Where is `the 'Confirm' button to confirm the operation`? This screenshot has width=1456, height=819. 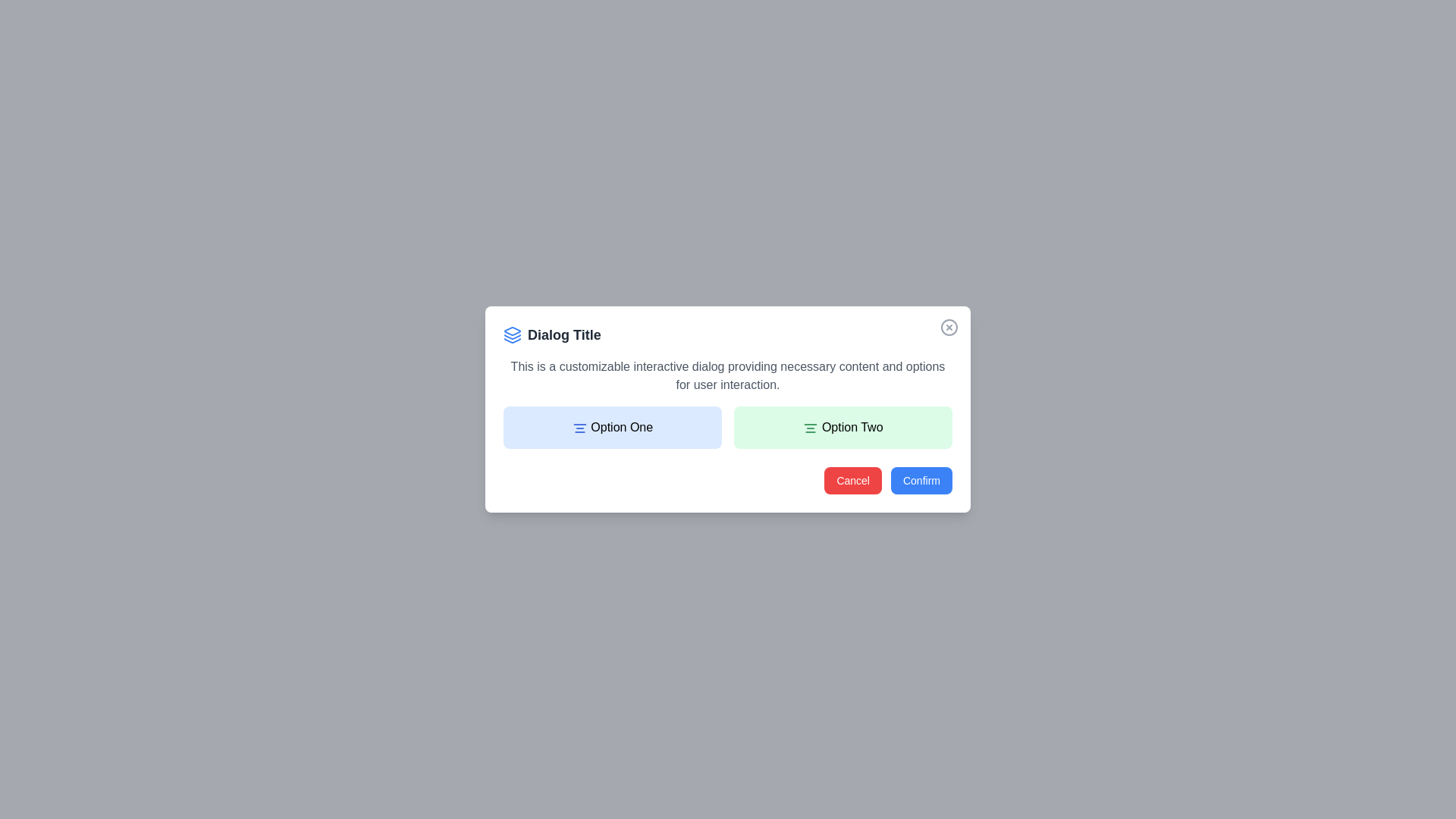
the 'Confirm' button to confirm the operation is located at coordinates (920, 480).